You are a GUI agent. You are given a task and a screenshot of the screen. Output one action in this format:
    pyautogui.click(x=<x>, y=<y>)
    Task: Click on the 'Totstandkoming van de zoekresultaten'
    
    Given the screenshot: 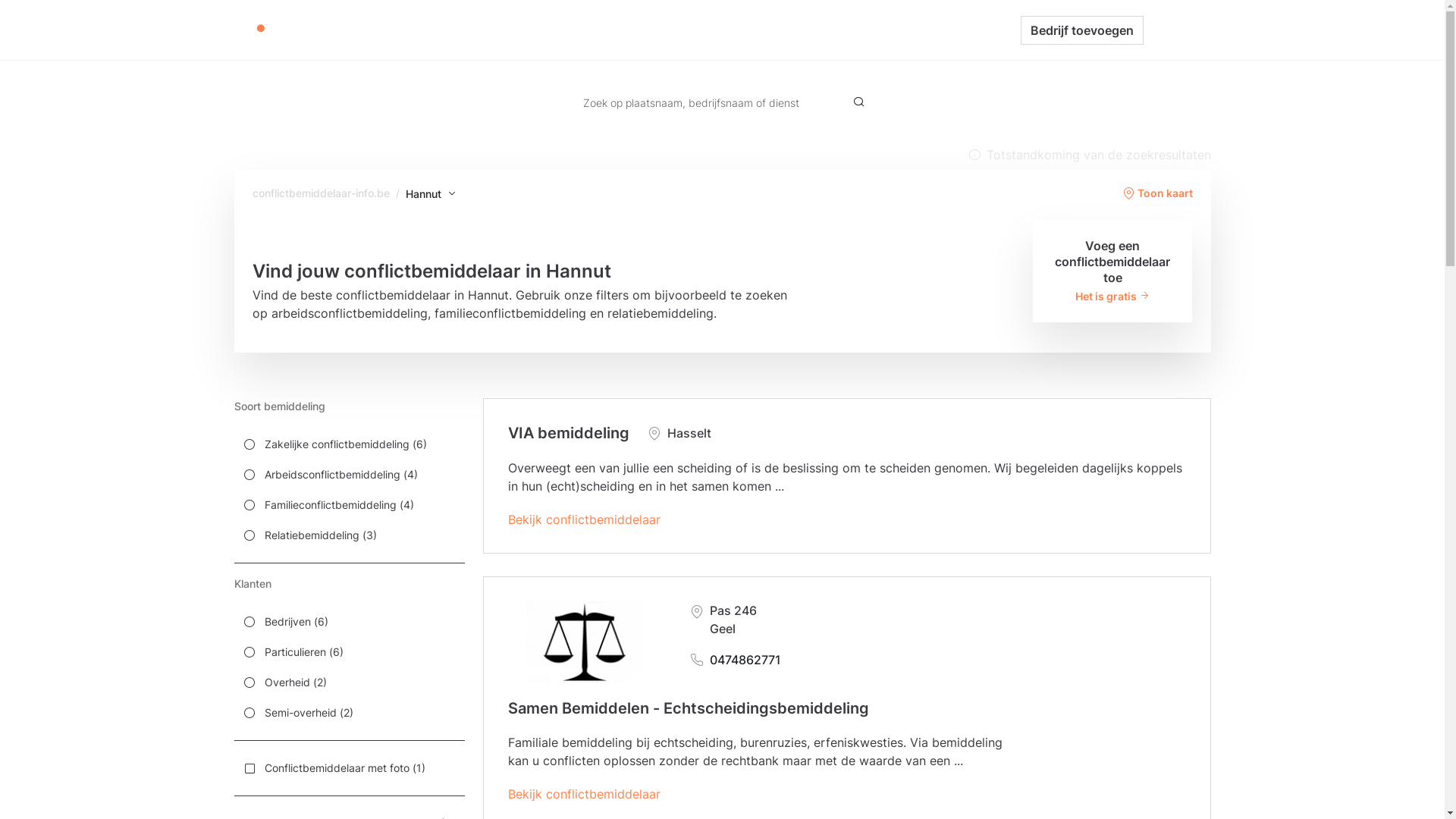 What is the action you would take?
    pyautogui.click(x=1087, y=155)
    